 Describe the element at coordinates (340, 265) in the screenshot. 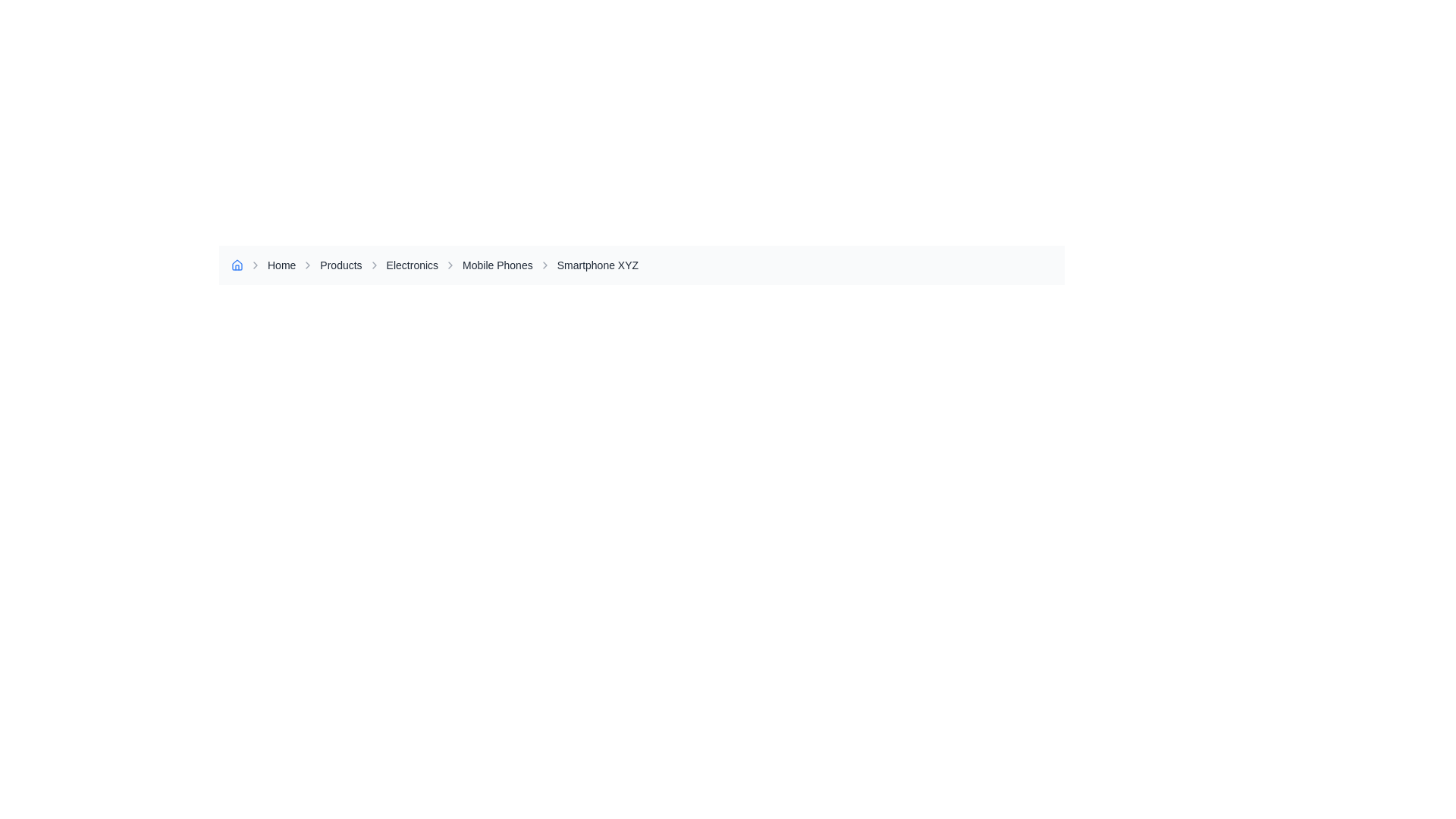

I see `the 'Products' hyperlink in the breadcrumb navigation bar to change its color to blue` at that location.